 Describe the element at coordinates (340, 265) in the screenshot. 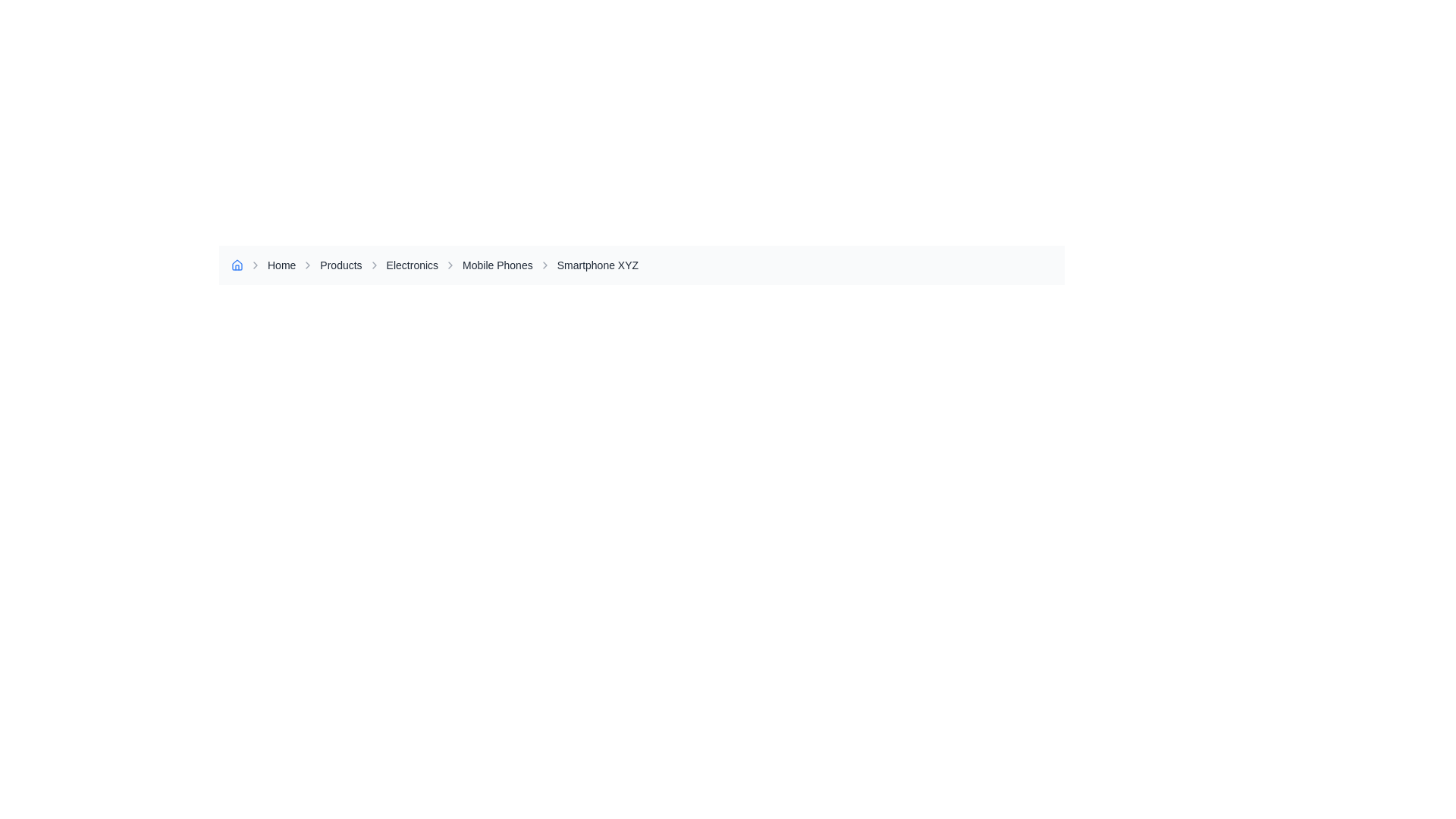

I see `the 'Products' hyperlink in the breadcrumb navigation bar to change its color to blue` at that location.